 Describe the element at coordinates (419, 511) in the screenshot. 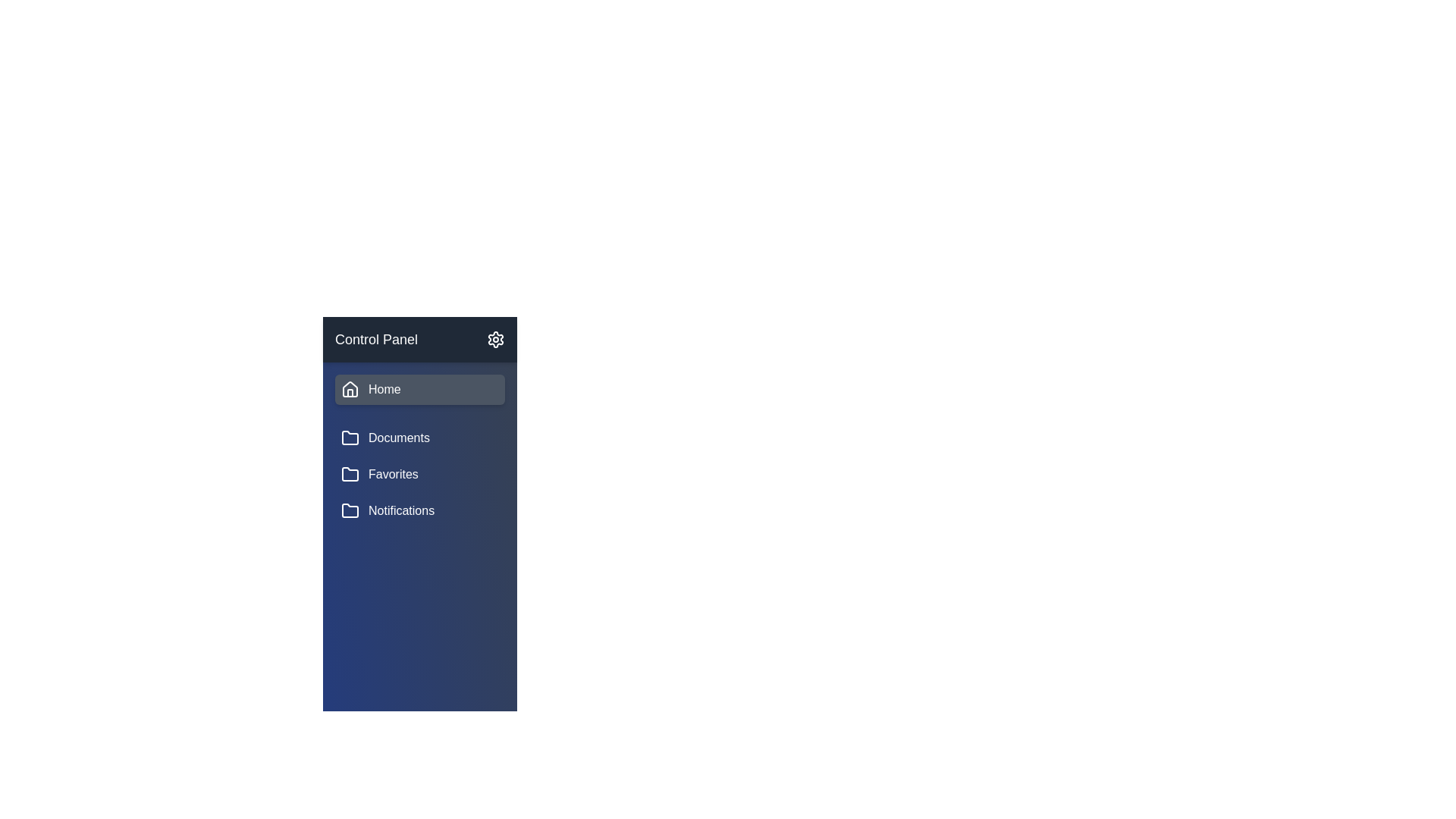

I see `the list item labeled Notifications to observe the hover effect` at that location.